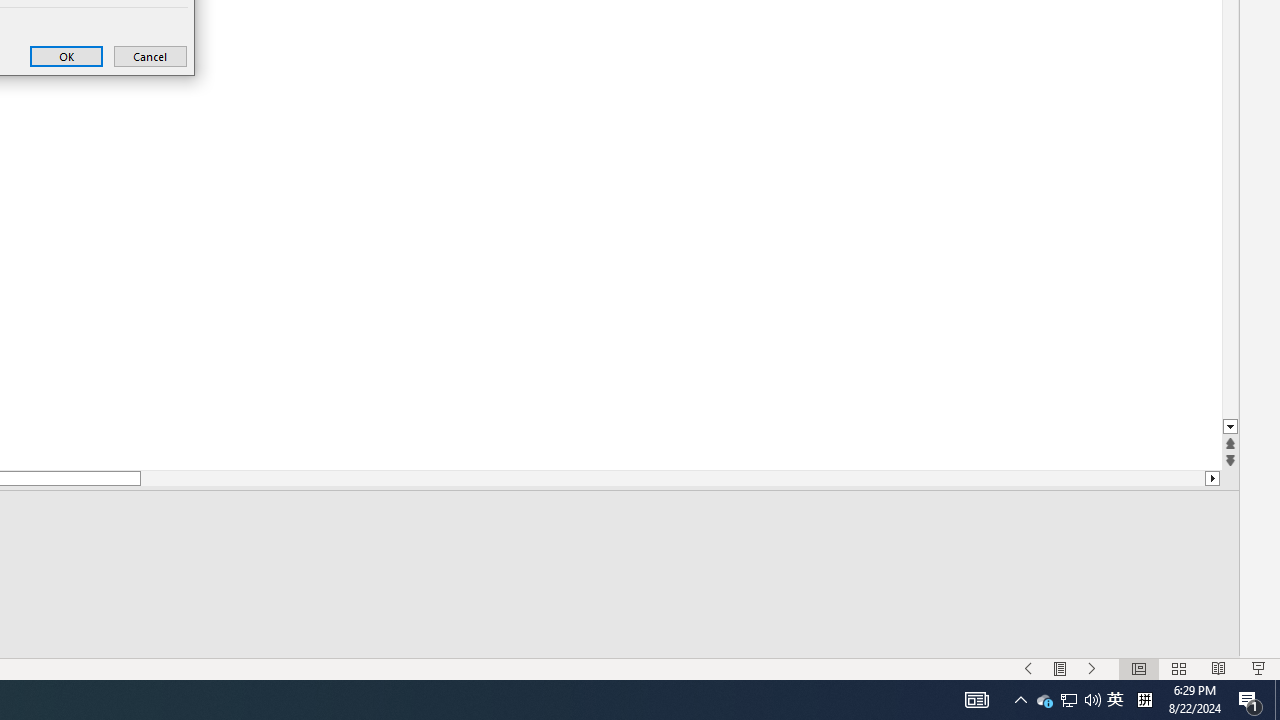 The height and width of the screenshot is (720, 1280). I want to click on 'Slide Show Previous On', so click(1028, 669).